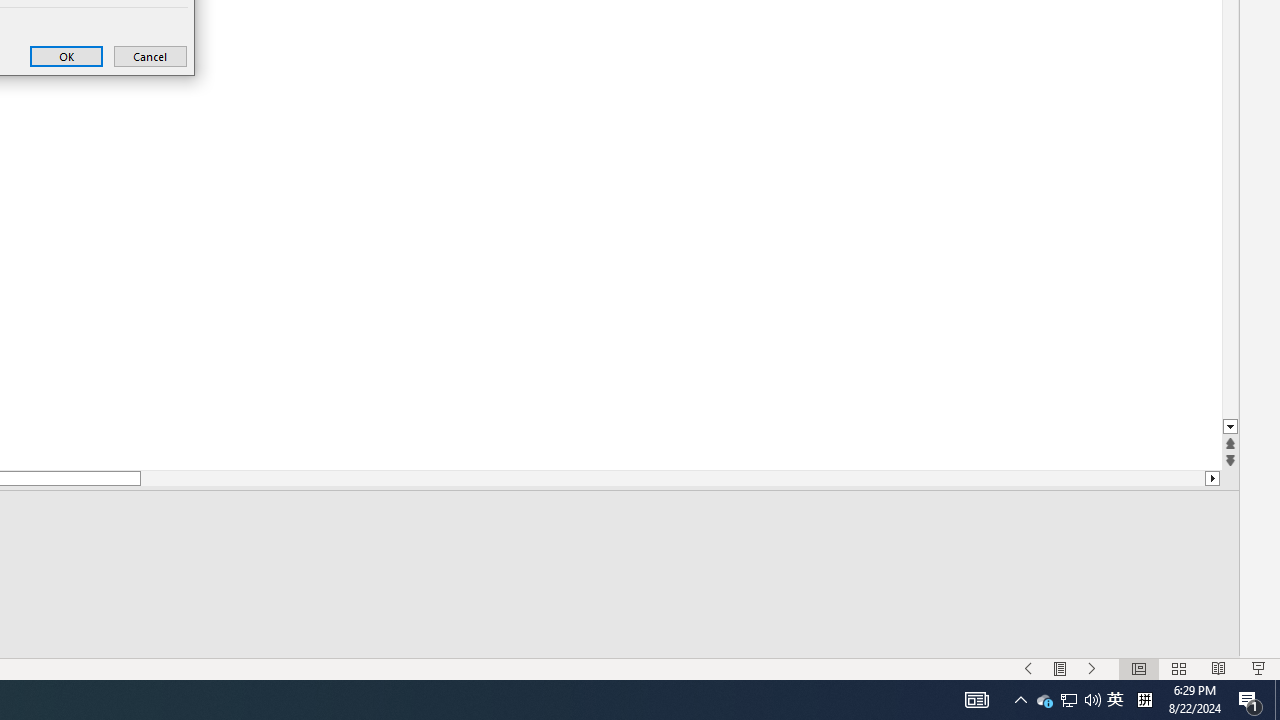 The height and width of the screenshot is (720, 1280). I want to click on 'Slide Show Previous On', so click(1028, 669).